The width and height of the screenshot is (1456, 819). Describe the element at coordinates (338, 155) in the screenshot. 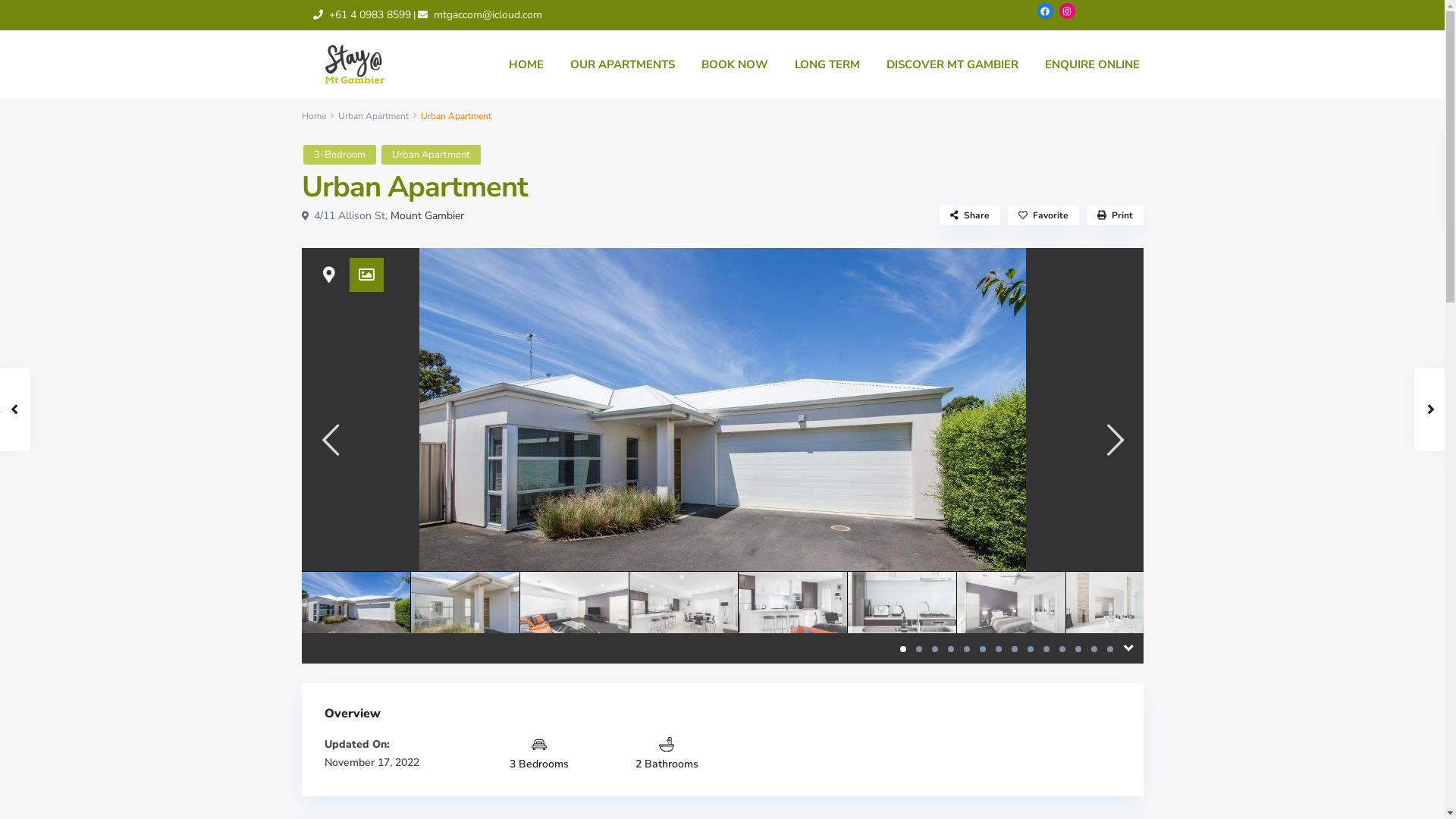

I see `'3-Bedroom'` at that location.